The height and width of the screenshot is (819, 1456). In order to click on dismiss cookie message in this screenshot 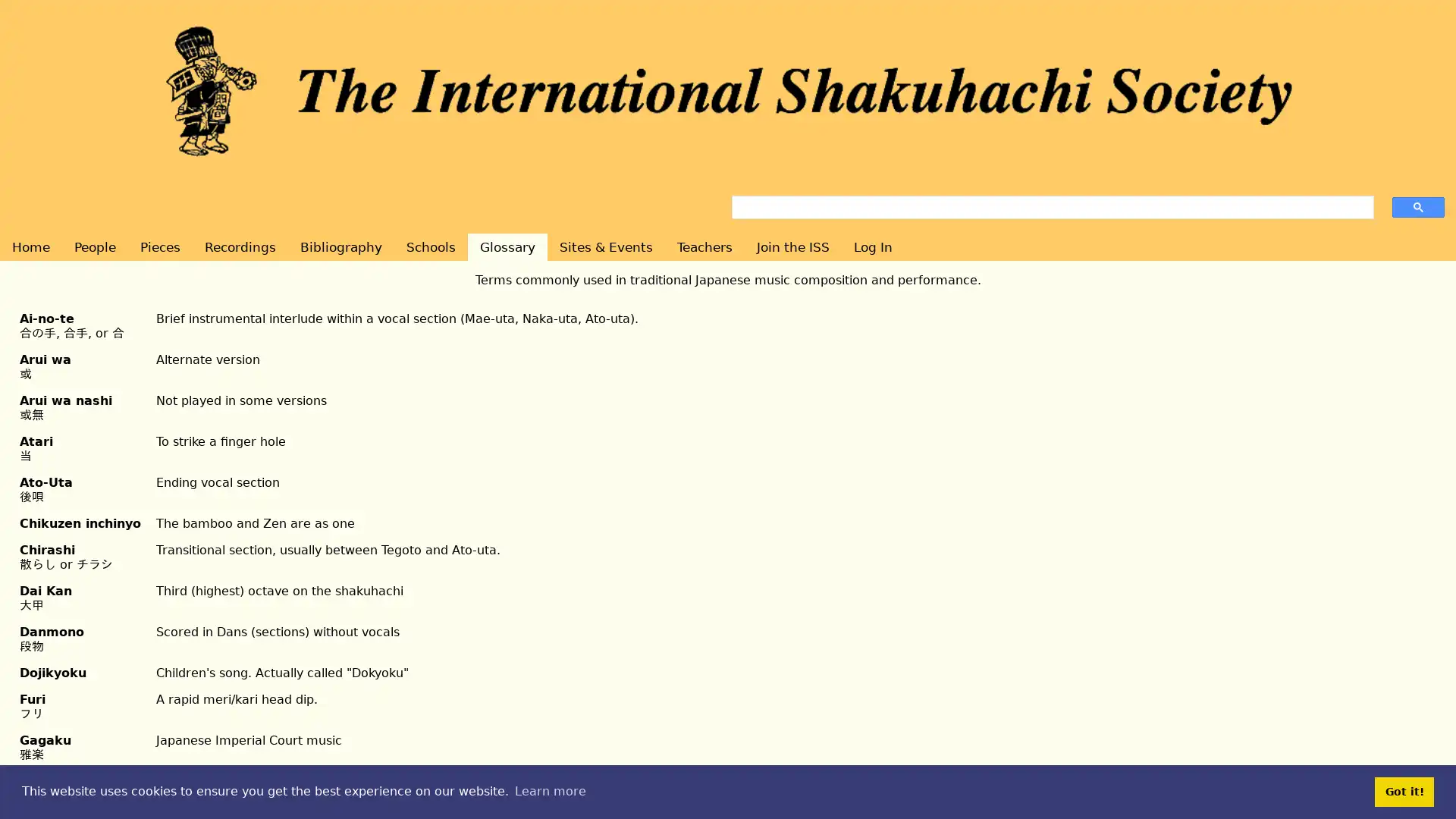, I will do `click(1404, 791)`.